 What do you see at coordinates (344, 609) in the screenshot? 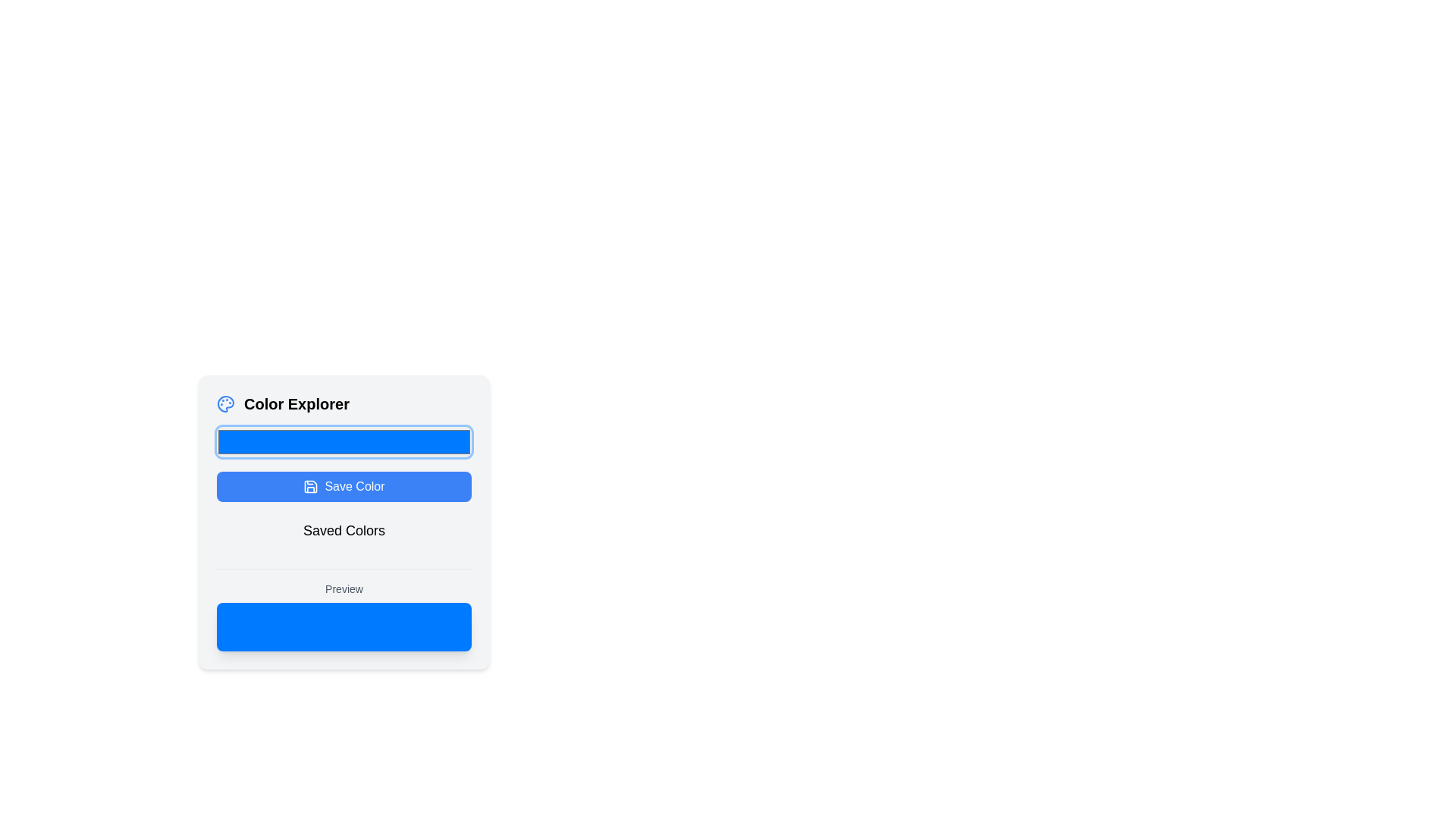
I see `the static display area with a blue background labeled 'Preview' located at the bottom of the 'Color Explorer' interface` at bounding box center [344, 609].